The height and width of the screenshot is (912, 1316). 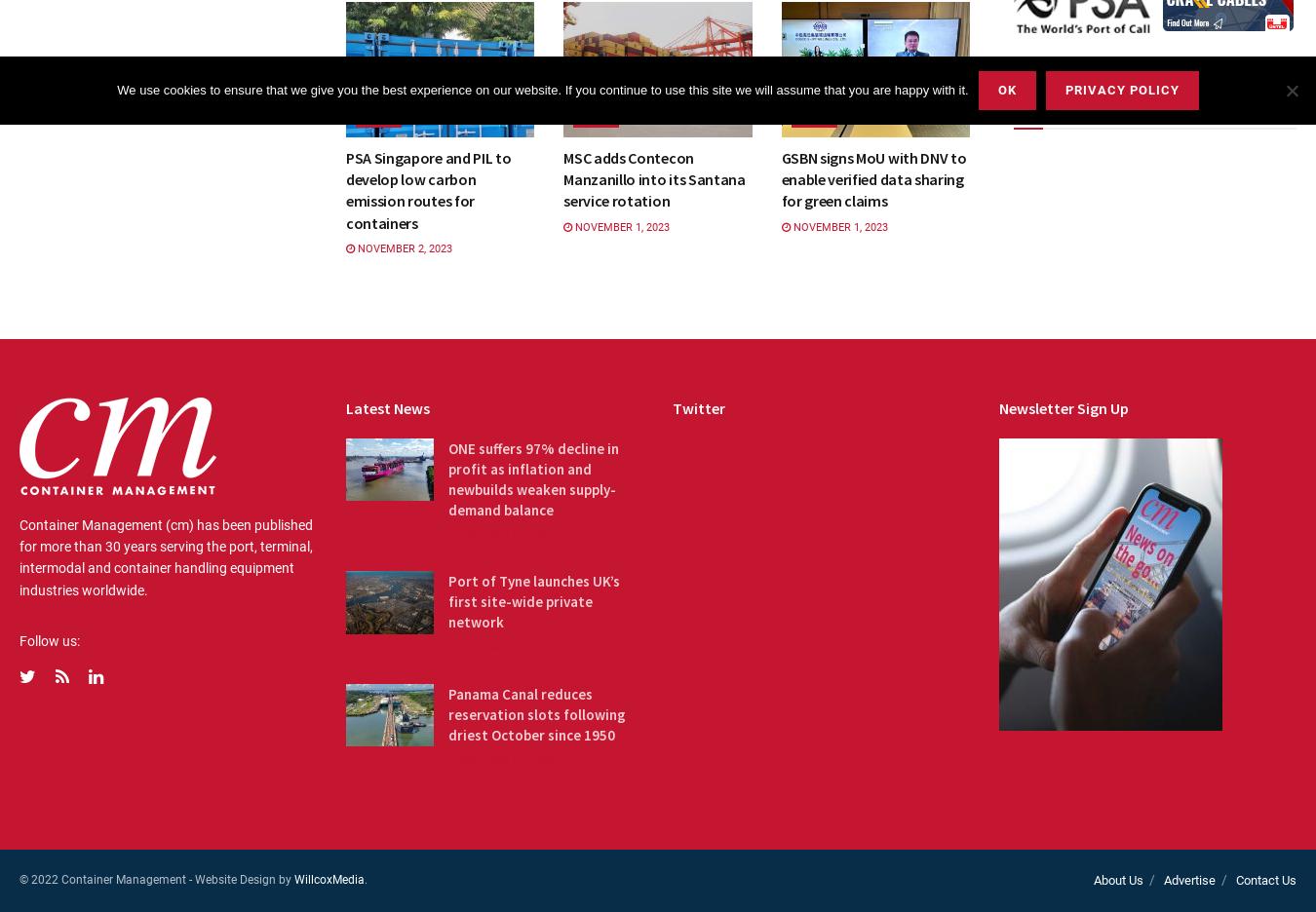 What do you see at coordinates (532, 601) in the screenshot?
I see `'Port of Tyne launches UK’s first site-wide private network'` at bounding box center [532, 601].